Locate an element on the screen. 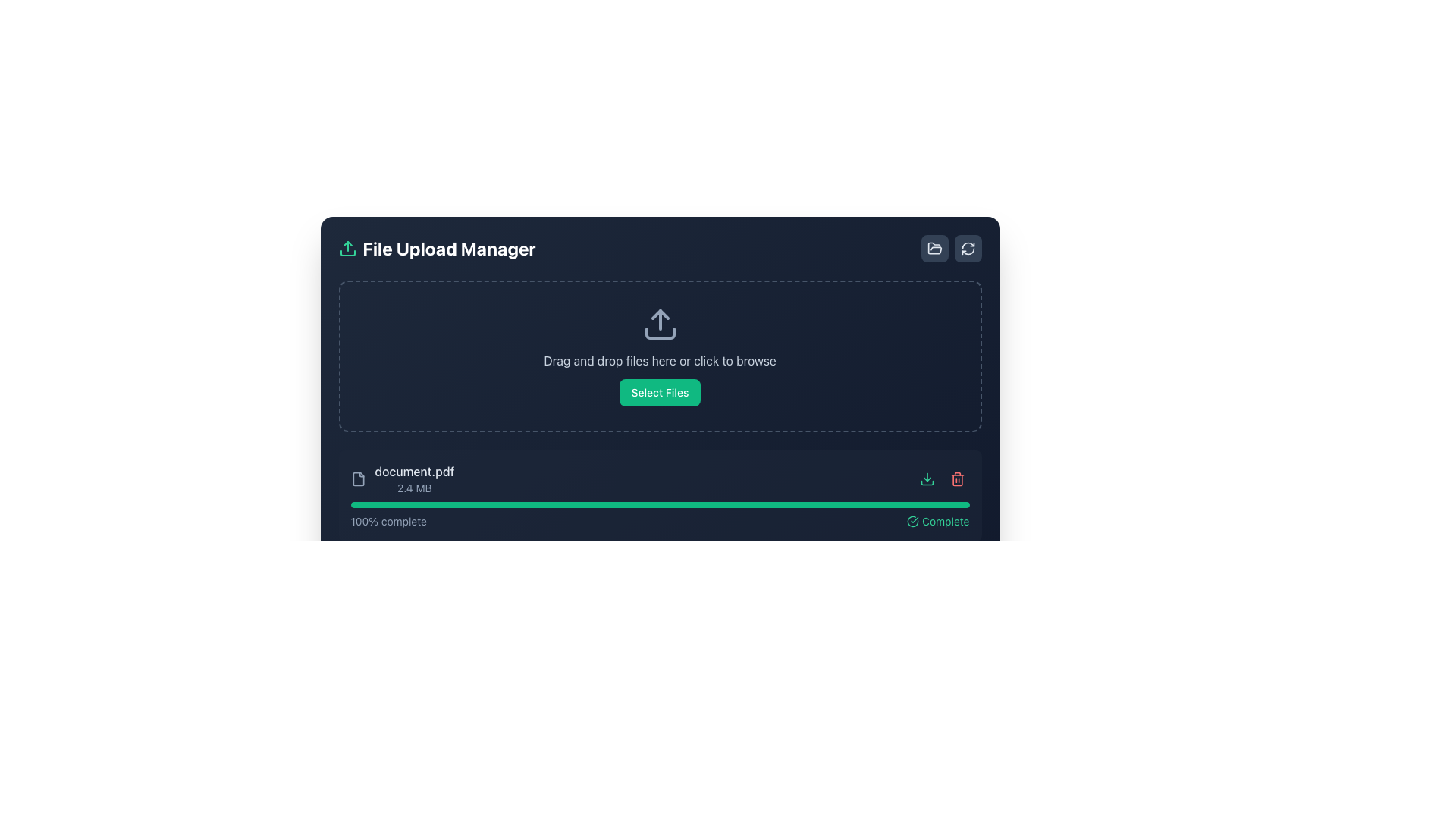 The height and width of the screenshot is (819, 1456). the instructional text label that guides users to drag and drop files or click to browse for files, located centrally below the upload icon and above the 'Select Files' button is located at coordinates (660, 360).